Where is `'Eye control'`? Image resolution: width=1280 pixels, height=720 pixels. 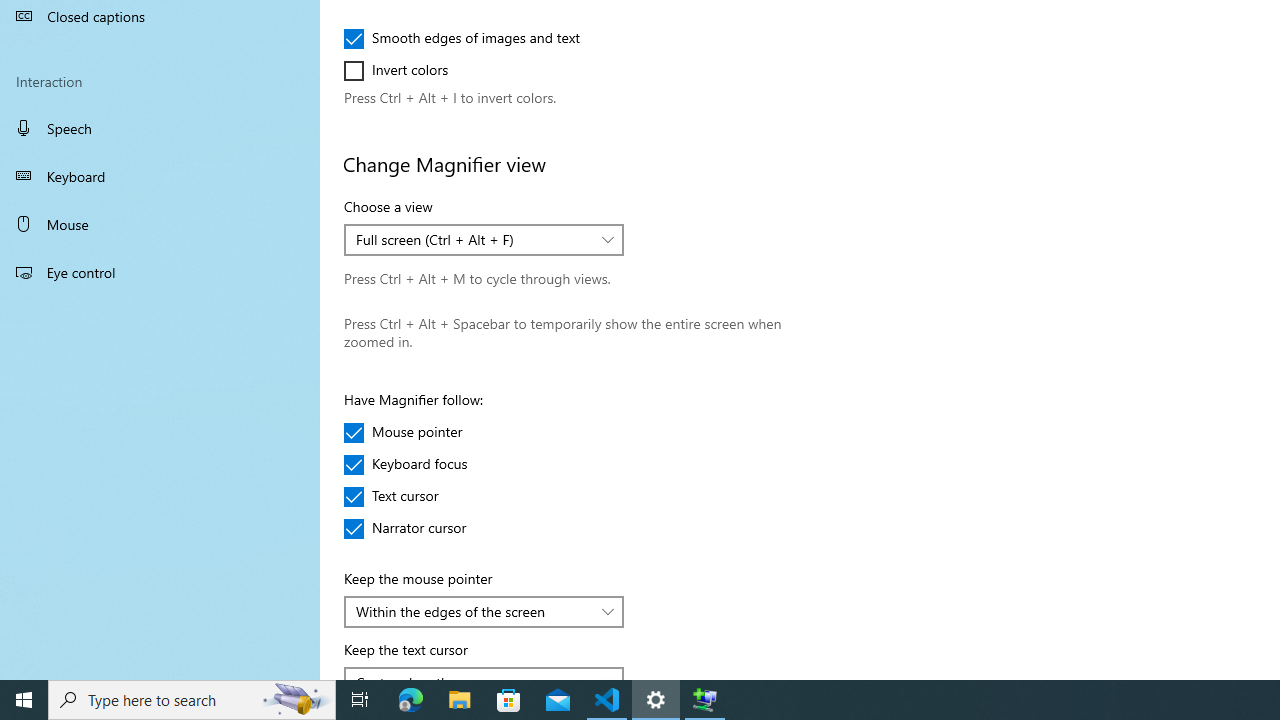 'Eye control' is located at coordinates (160, 271).